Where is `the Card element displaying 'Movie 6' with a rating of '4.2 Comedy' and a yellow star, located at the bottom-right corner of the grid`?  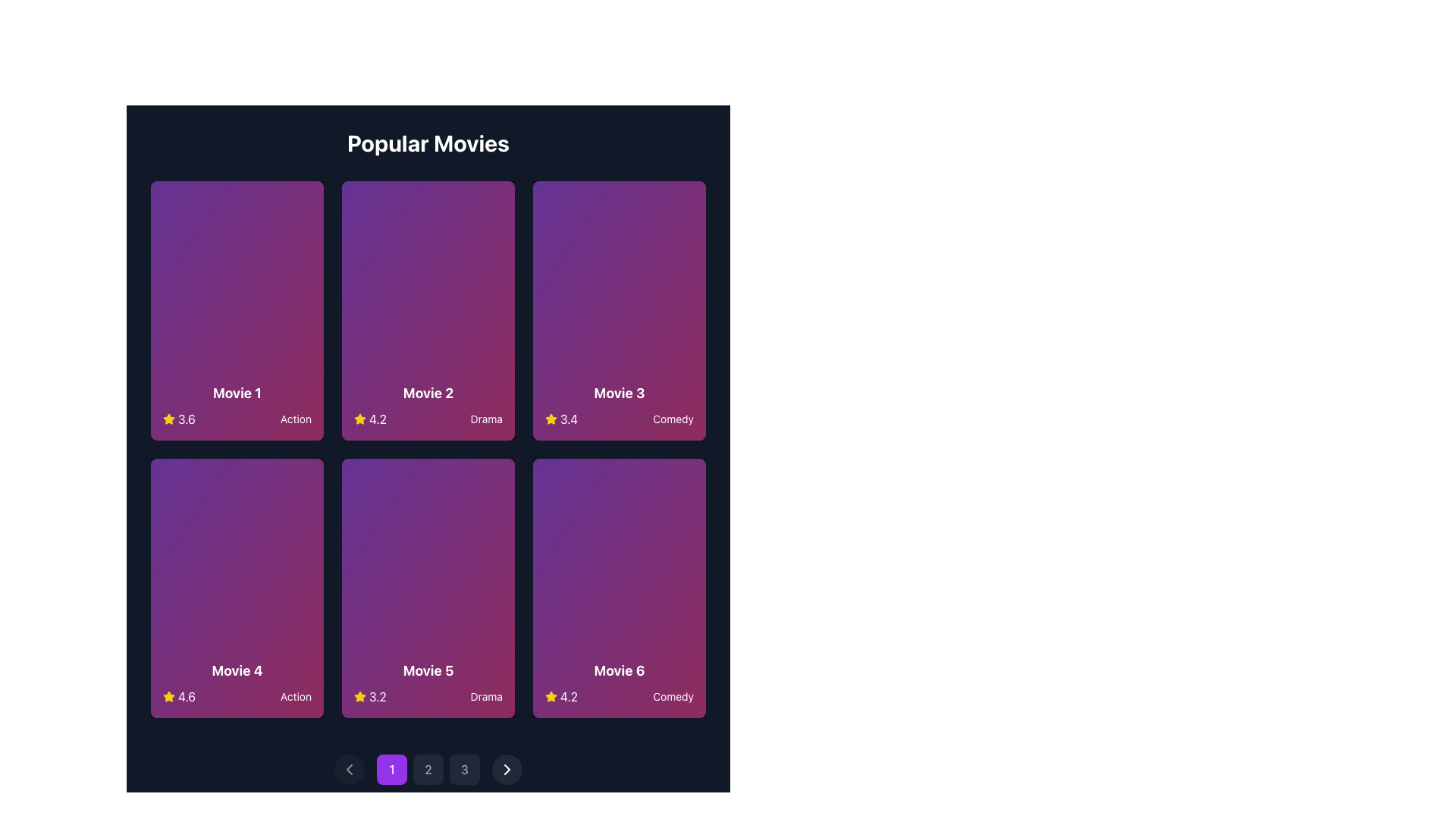 the Card element displaying 'Movie 6' with a rating of '4.2 Comedy' and a yellow star, located at the bottom-right corner of the grid is located at coordinates (619, 587).